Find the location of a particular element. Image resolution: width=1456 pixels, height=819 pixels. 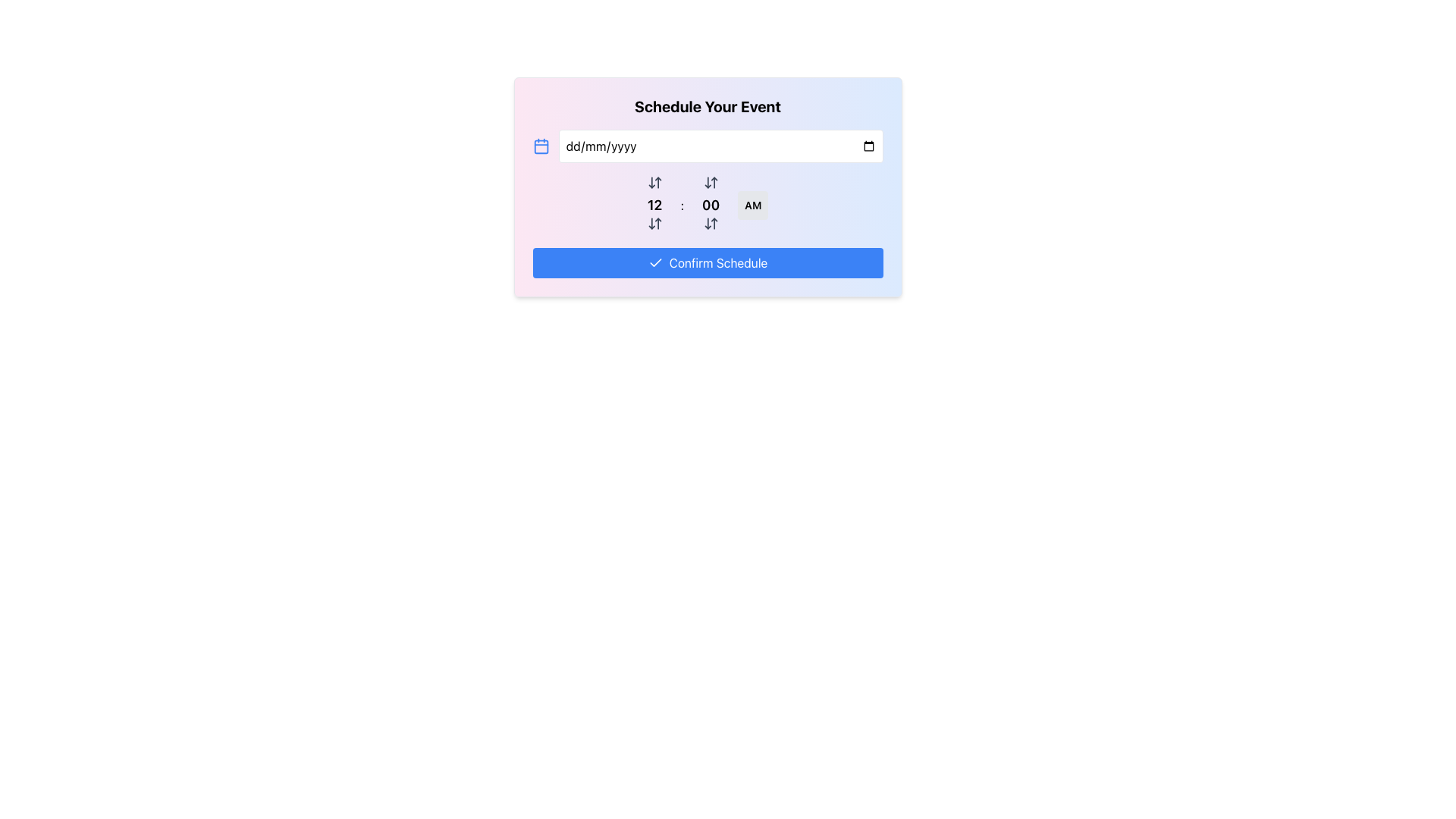

the text display showing '00' in the time-selection interface, which is centrally positioned between the hour and AM/PM selectors is located at coordinates (710, 205).